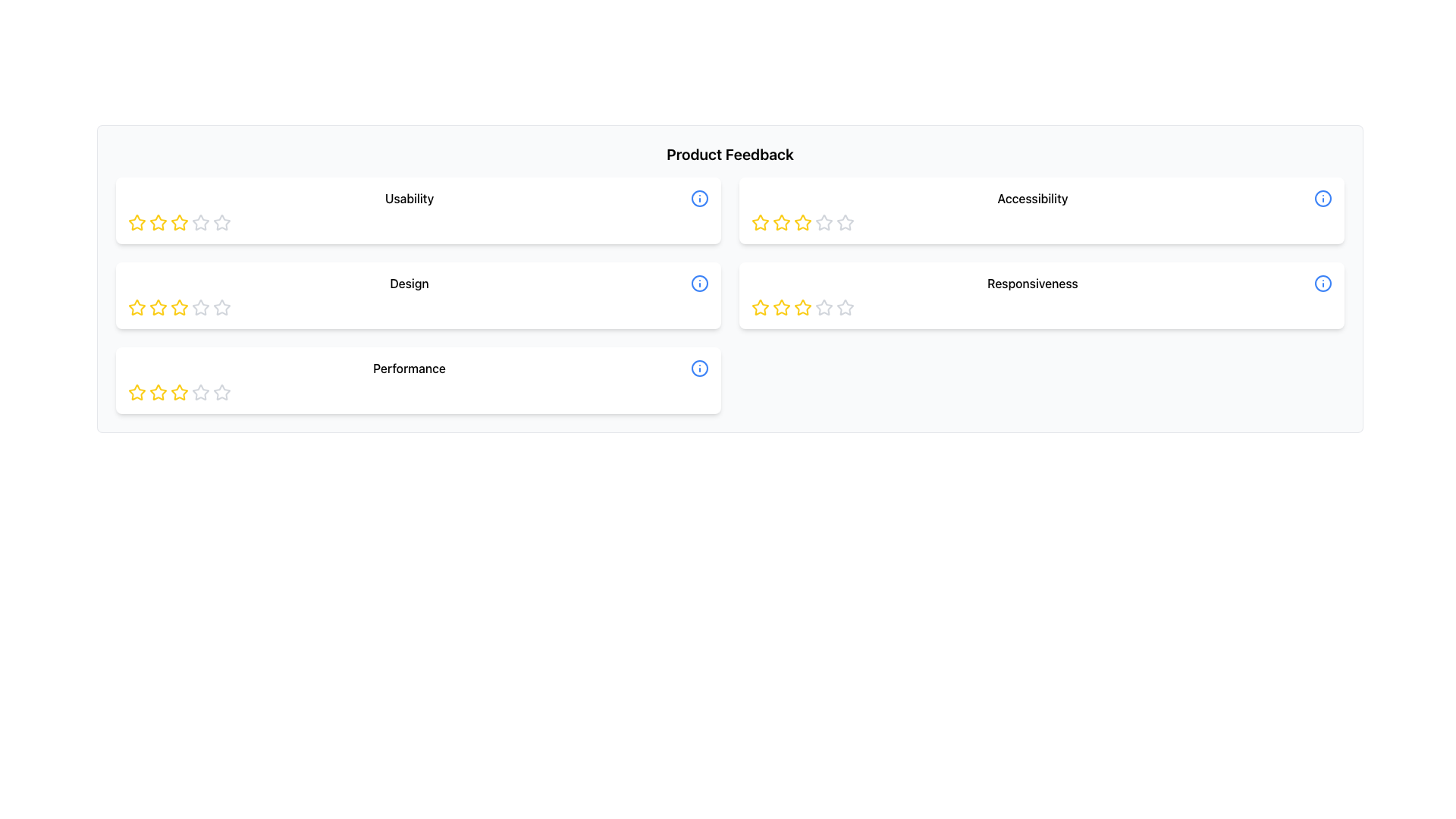 The height and width of the screenshot is (819, 1456). I want to click on the second star rating icon in the 'Usability' category of the 'Product Feedback' section, so click(158, 222).